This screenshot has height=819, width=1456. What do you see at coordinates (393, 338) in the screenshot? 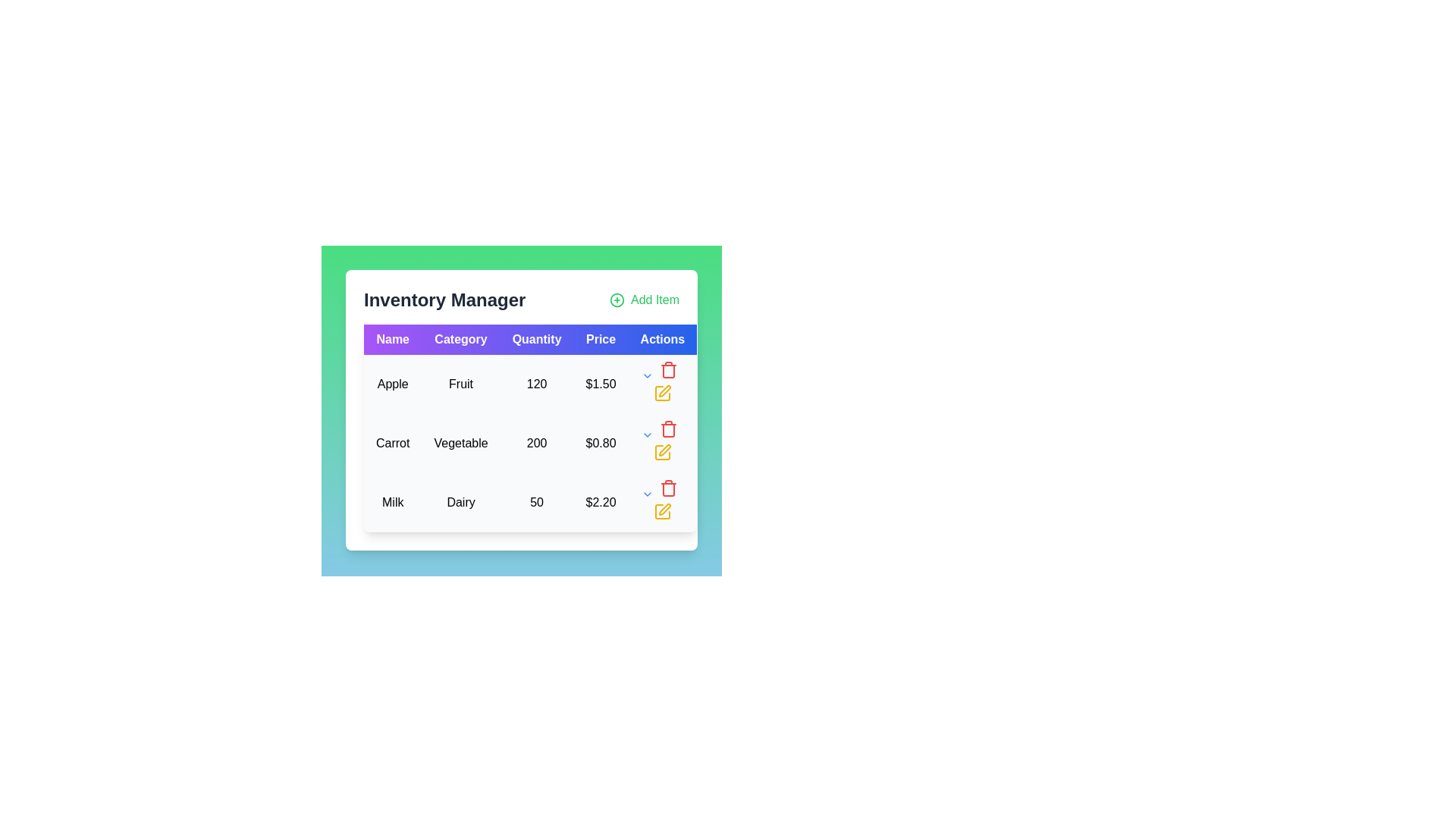
I see `the text label 'Name' which is the first column header in a table-like structure with a purple background` at bounding box center [393, 338].